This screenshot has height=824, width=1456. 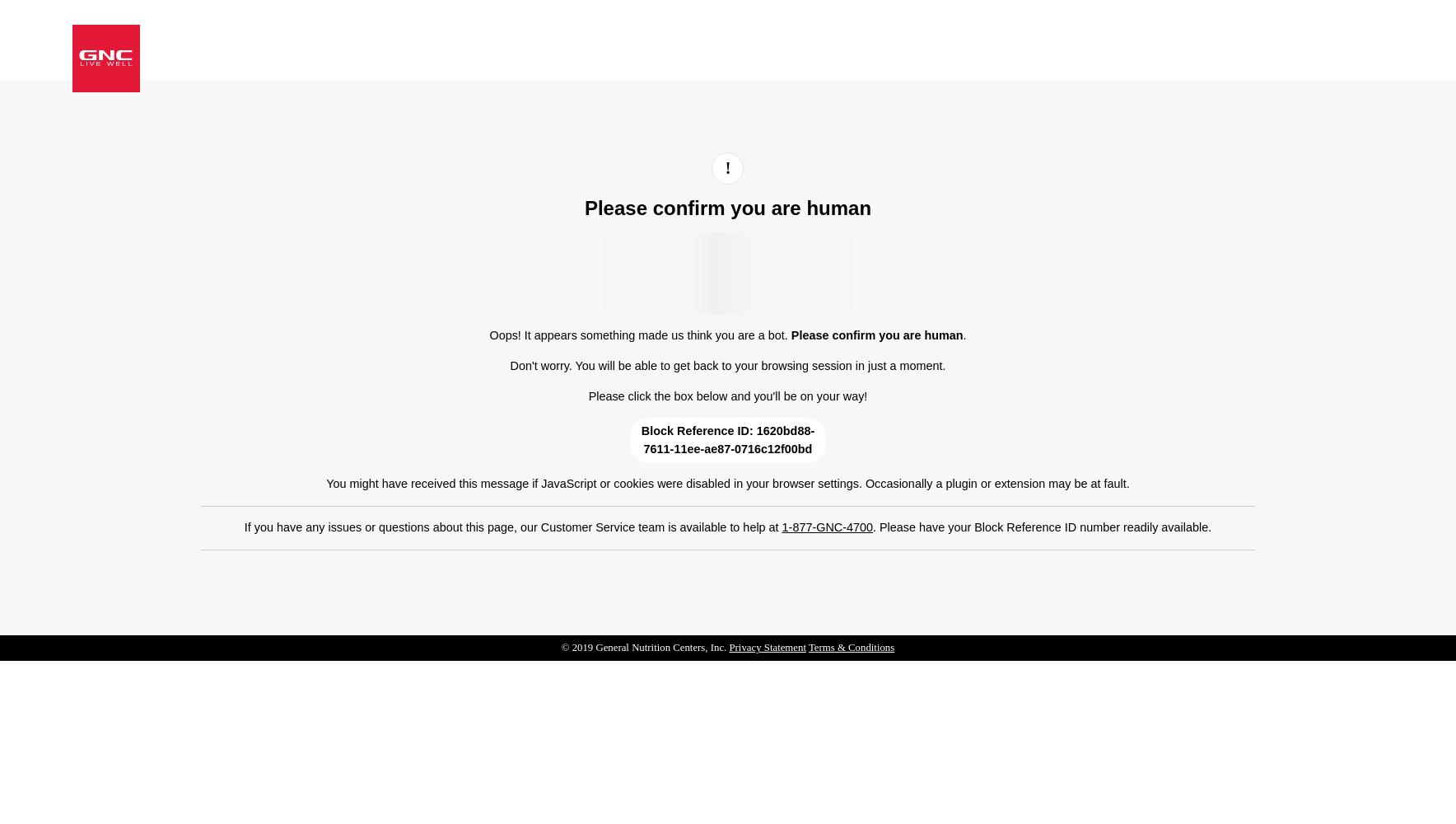 I want to click on '. Please have your Block Reference ID number readily available.', so click(x=1042, y=527).